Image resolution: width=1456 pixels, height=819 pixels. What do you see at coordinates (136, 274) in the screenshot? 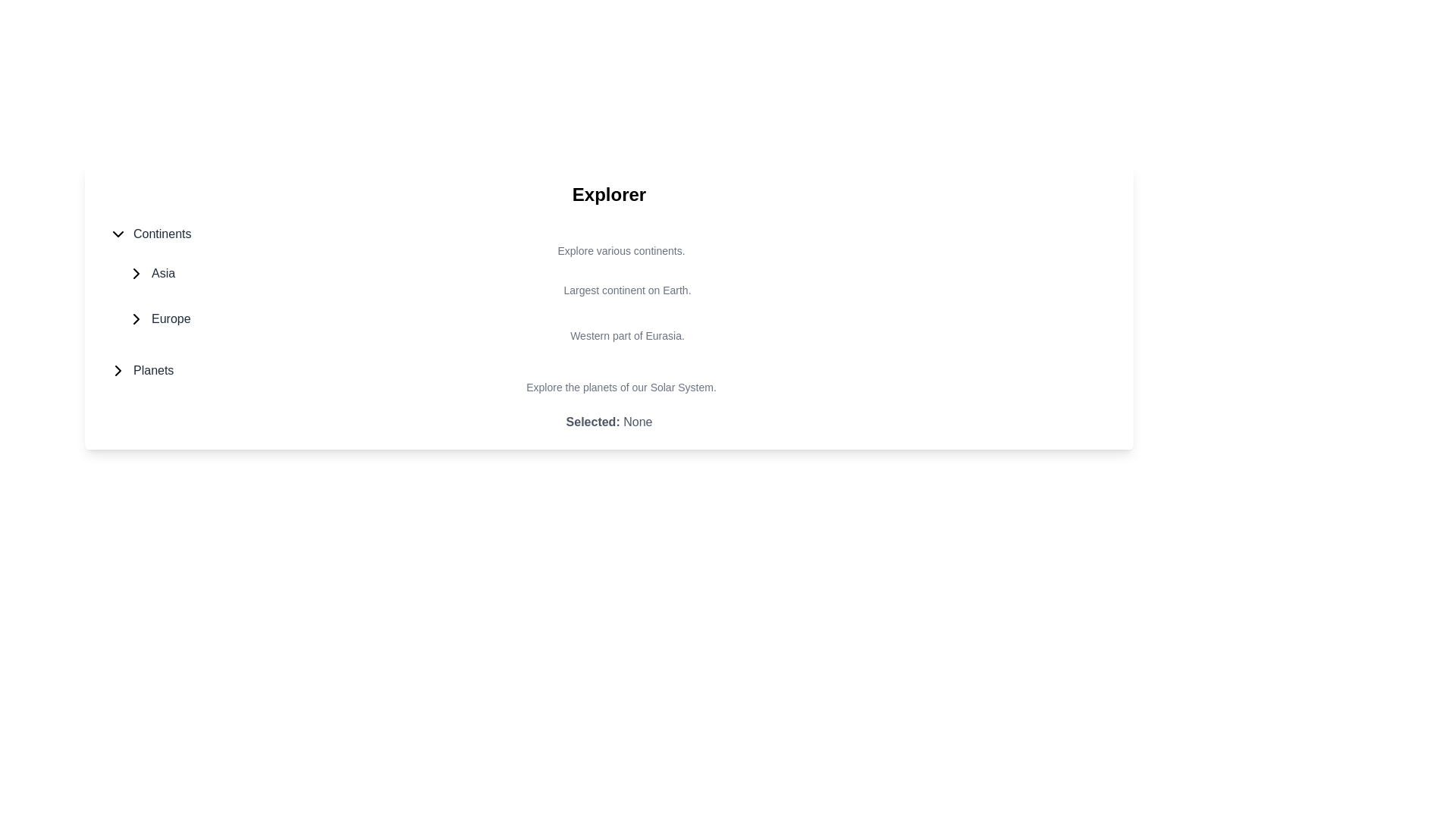
I see `the chevron icon adjacent to the label 'Asia' in the vertical navigation menu` at bounding box center [136, 274].